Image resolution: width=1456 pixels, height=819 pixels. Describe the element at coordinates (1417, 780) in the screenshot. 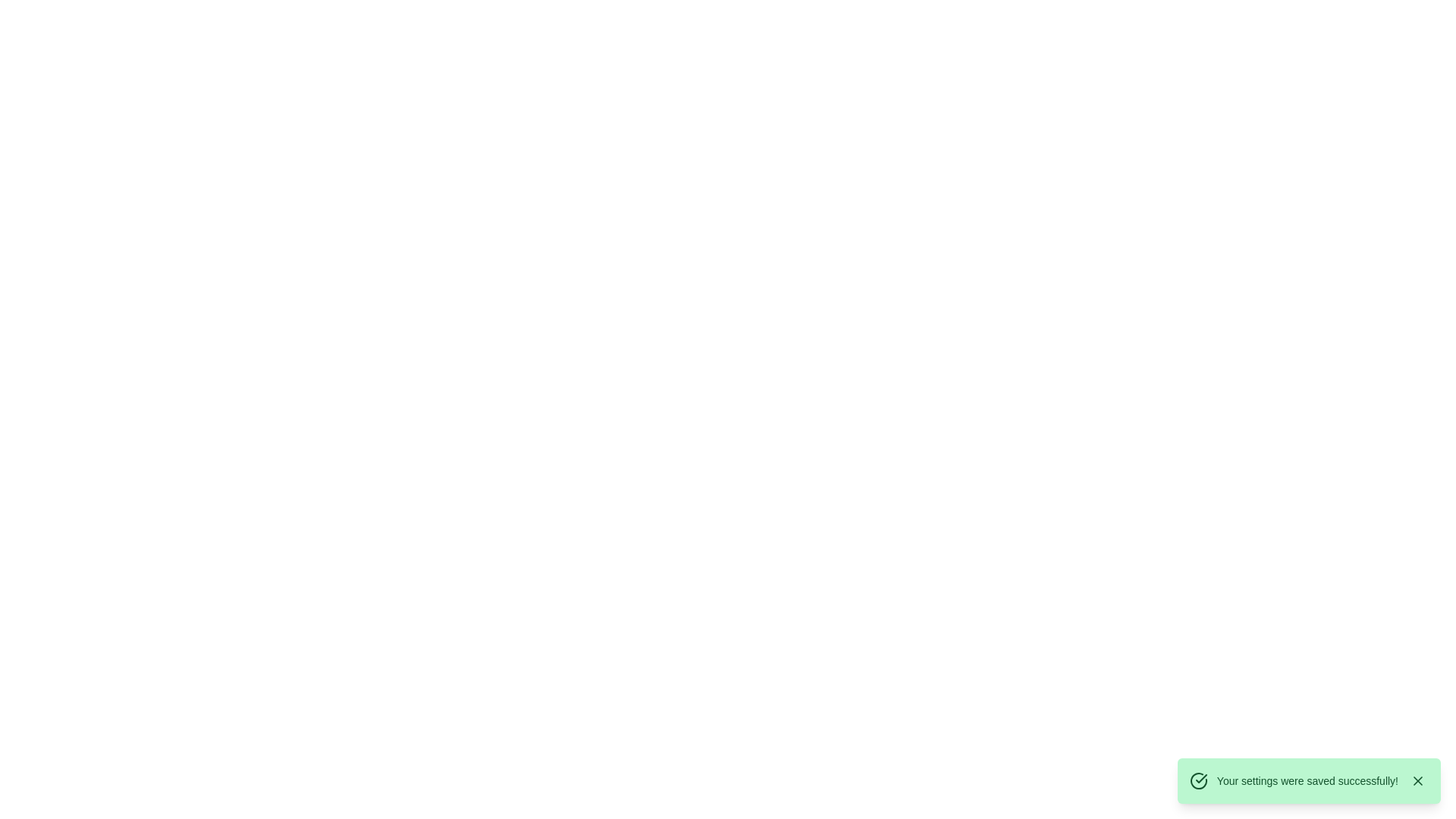

I see `the dismissal button located in the bottom-right corner of the notification box` at that location.